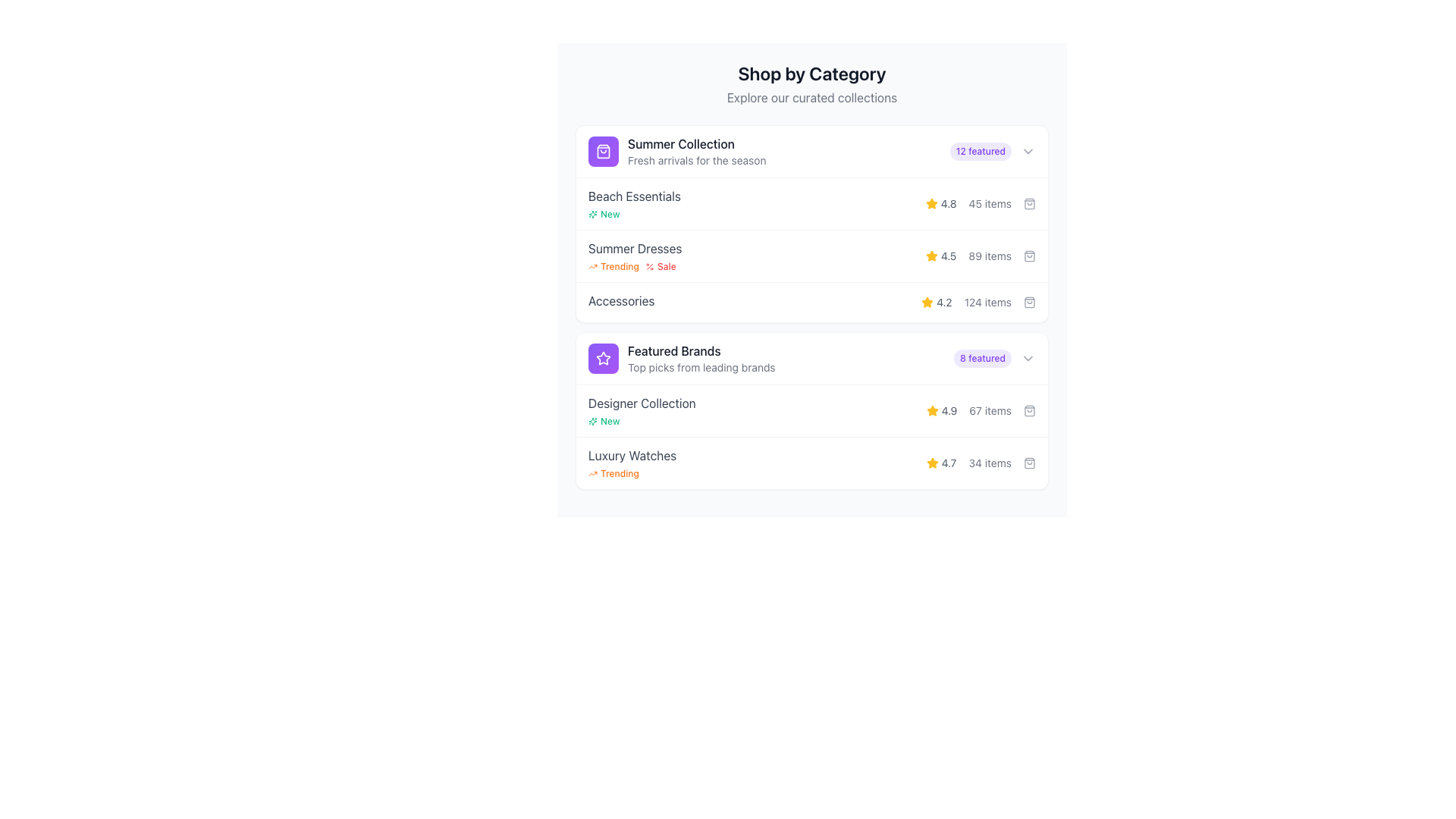 Image resolution: width=1456 pixels, height=819 pixels. I want to click on 'Trending' and 'Sale' text label located below the 'Summer Dresses' category in the 'Shop by Category' section for details, so click(635, 265).